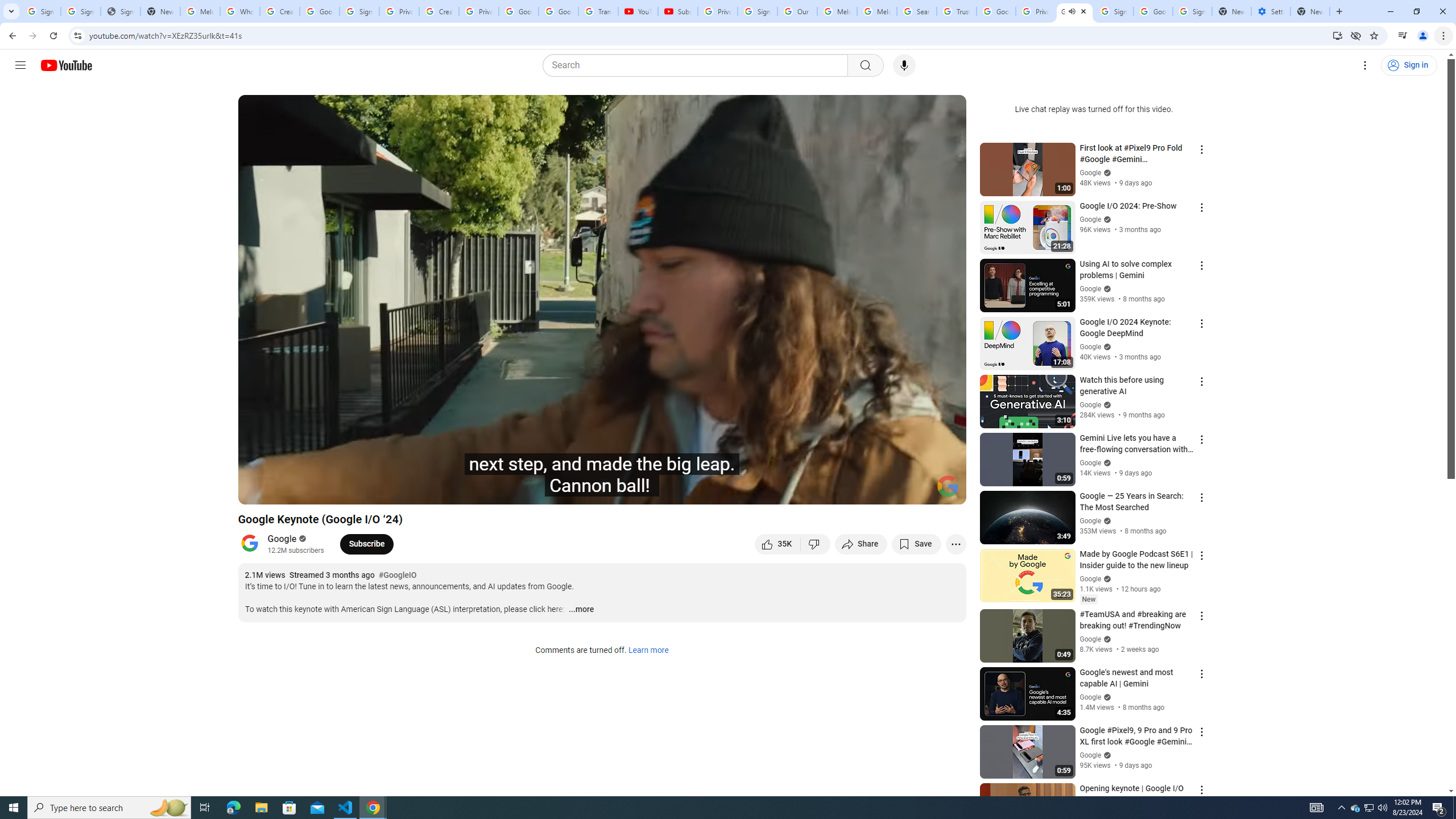 The image size is (1456, 819). Describe the element at coordinates (601, 475) in the screenshot. I see `'Seek slider'` at that location.